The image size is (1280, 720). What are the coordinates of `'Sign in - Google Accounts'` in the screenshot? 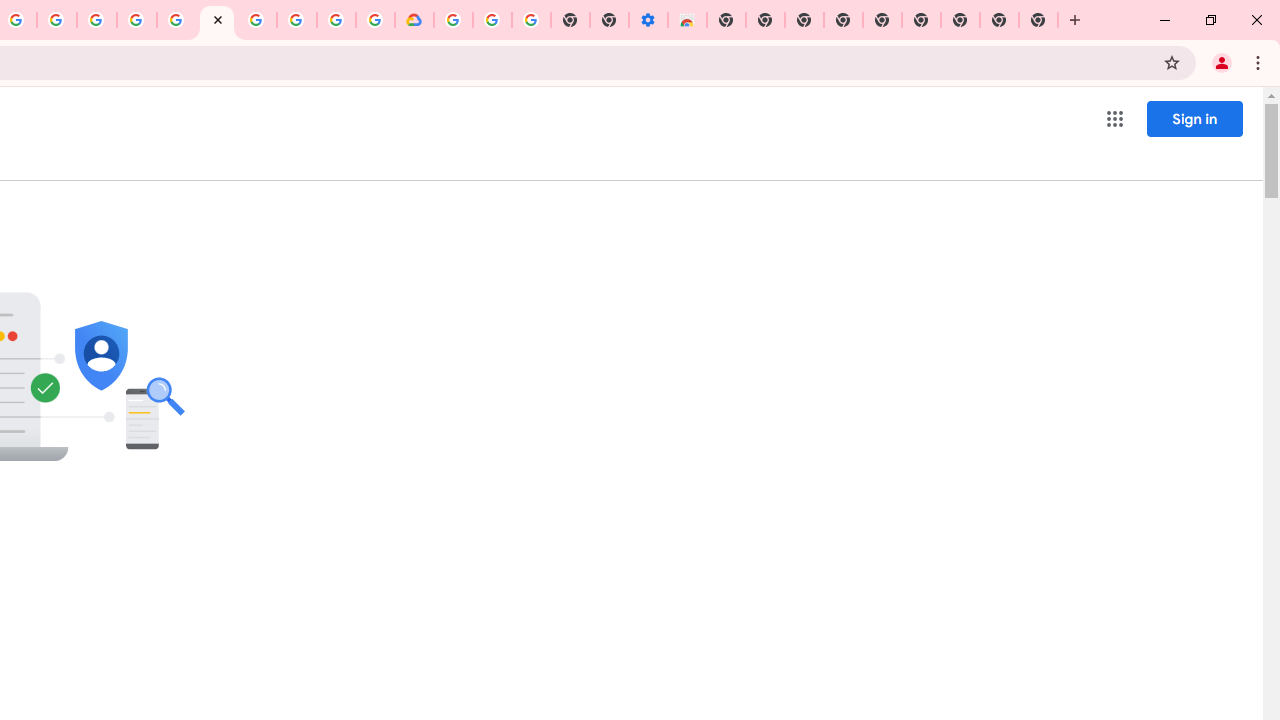 It's located at (177, 20).